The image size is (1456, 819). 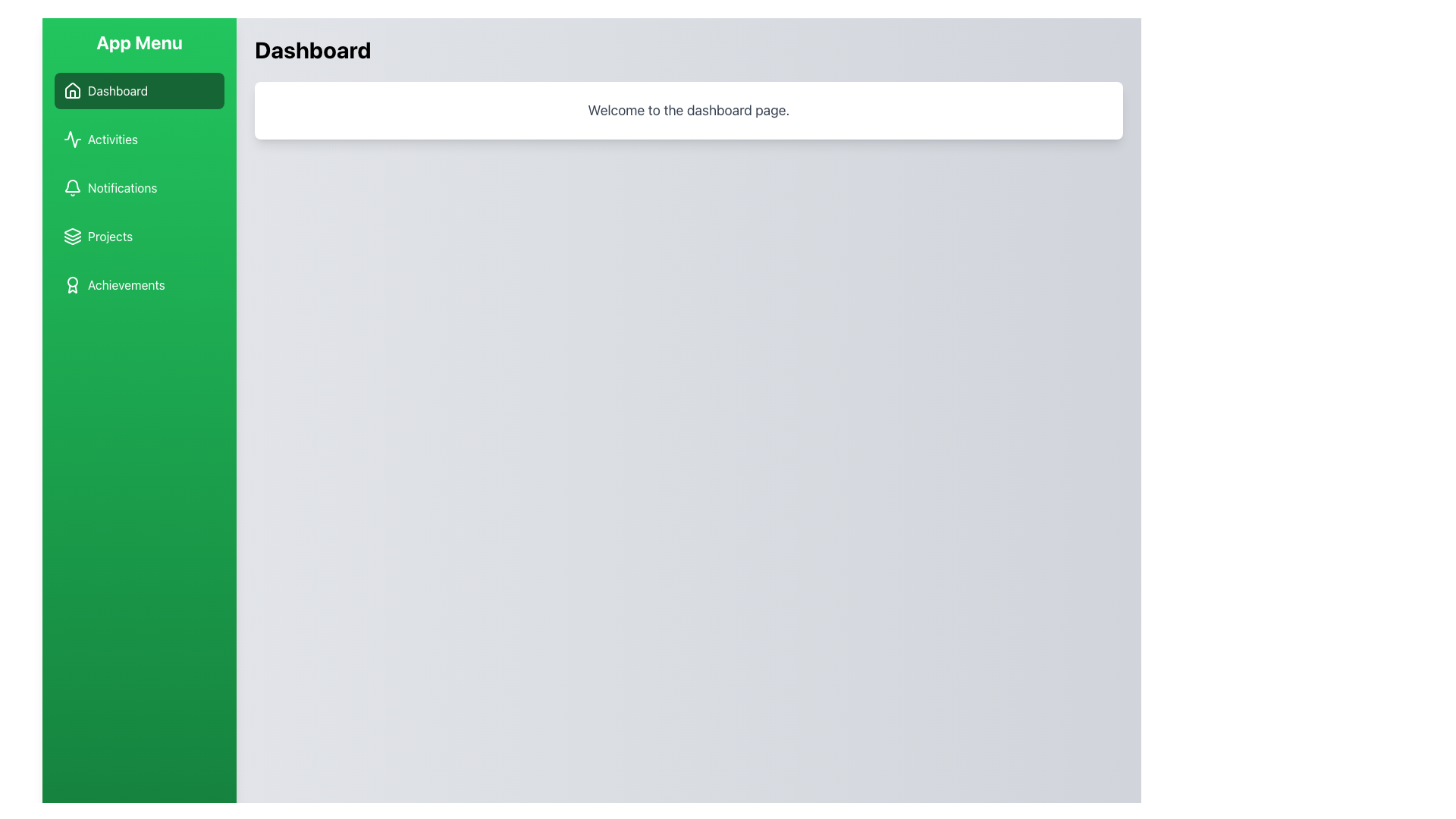 What do you see at coordinates (139, 237) in the screenshot?
I see `the 'Projects' navigation menu item, which is the fourth item` at bounding box center [139, 237].